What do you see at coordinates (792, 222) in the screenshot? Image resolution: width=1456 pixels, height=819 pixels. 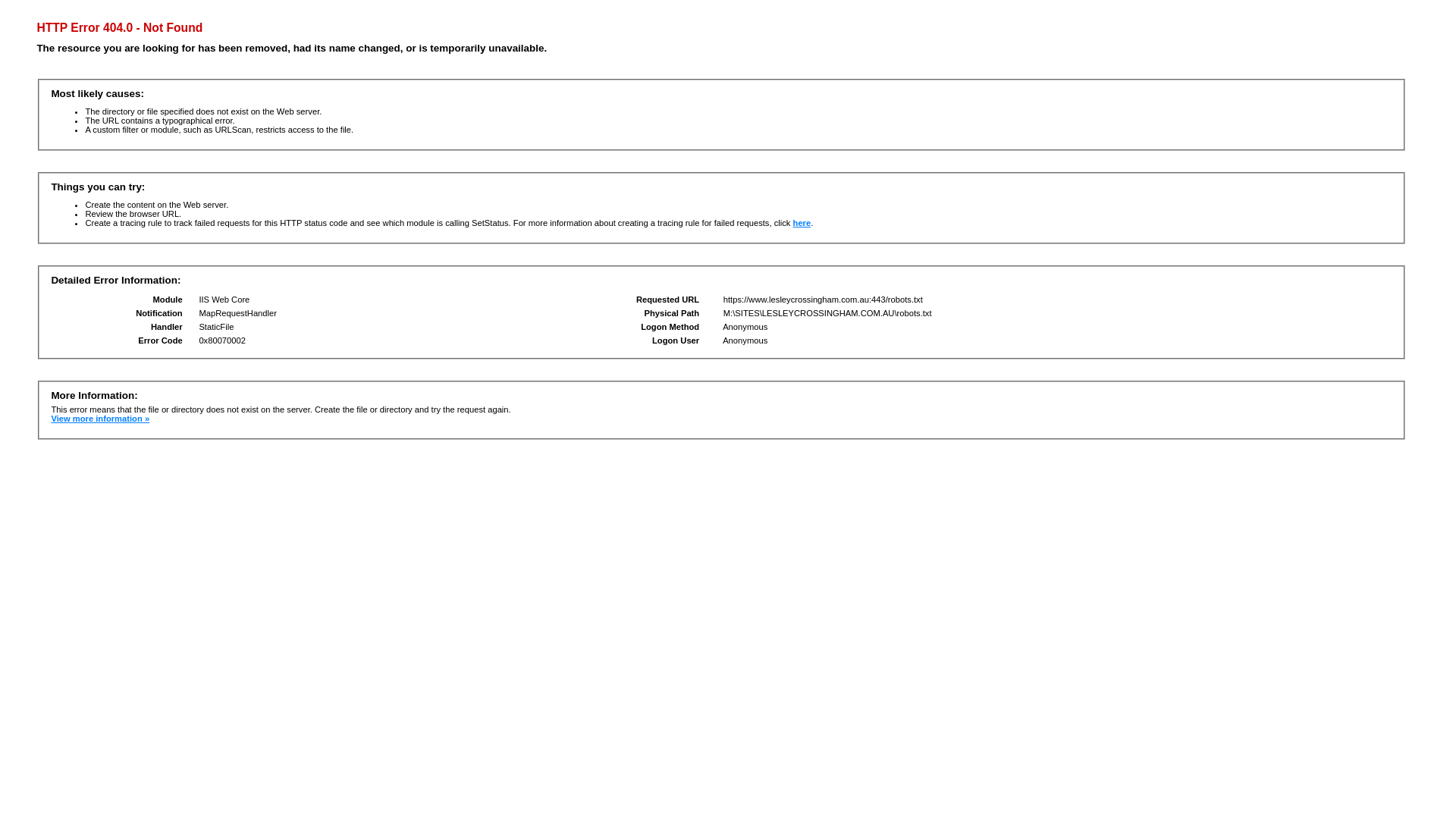 I see `'here'` at bounding box center [792, 222].